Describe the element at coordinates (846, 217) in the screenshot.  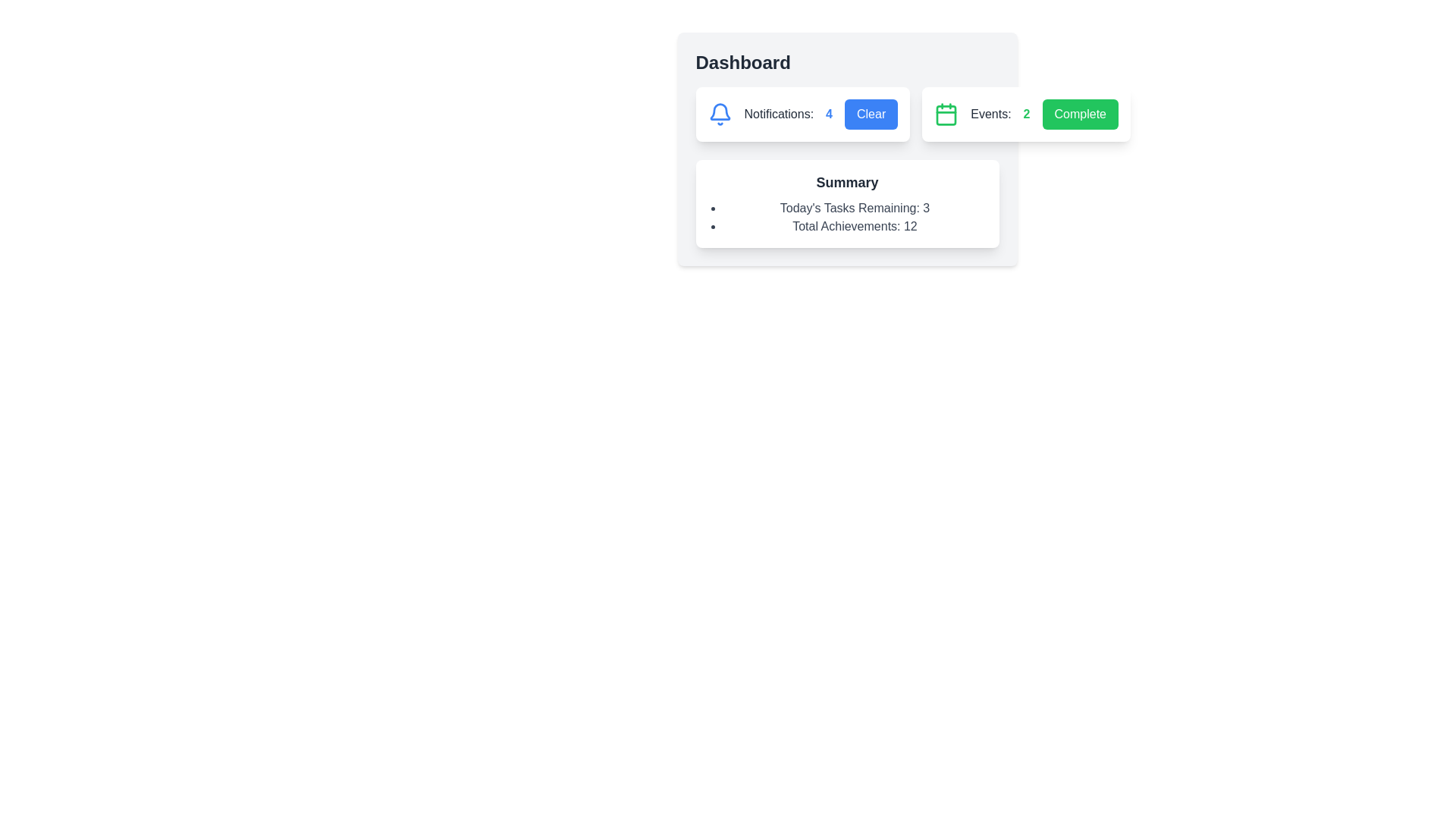
I see `the informational list displaying 'Today's Tasks Remaining: 3' and 'Total Achievements: 12' within the 'Summary' box` at that location.